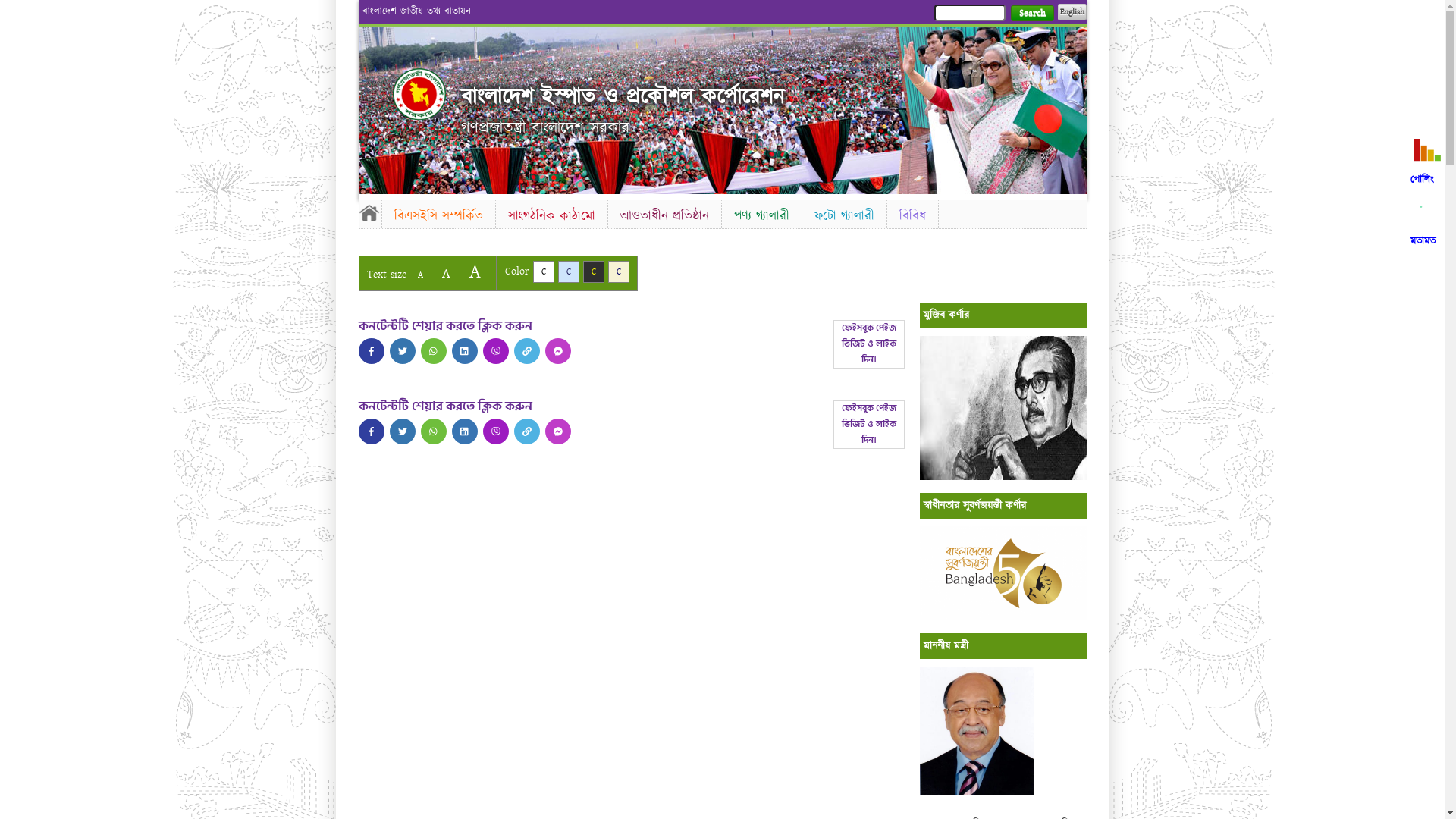 The image size is (1456, 819). I want to click on 'A', so click(444, 273).